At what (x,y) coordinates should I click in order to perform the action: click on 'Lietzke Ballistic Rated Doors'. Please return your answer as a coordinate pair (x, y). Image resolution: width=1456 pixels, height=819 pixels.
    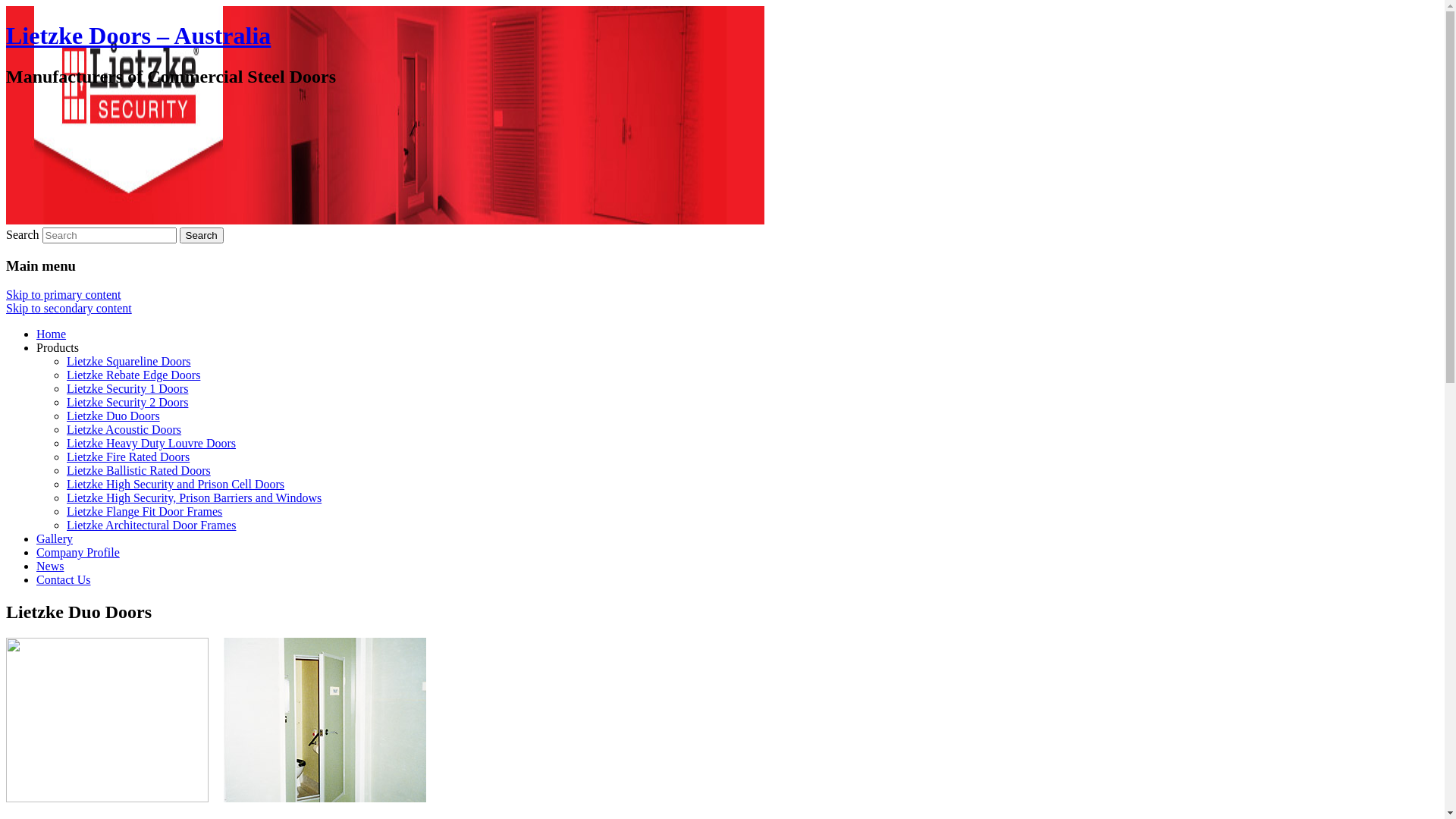
    Looking at the image, I should click on (65, 469).